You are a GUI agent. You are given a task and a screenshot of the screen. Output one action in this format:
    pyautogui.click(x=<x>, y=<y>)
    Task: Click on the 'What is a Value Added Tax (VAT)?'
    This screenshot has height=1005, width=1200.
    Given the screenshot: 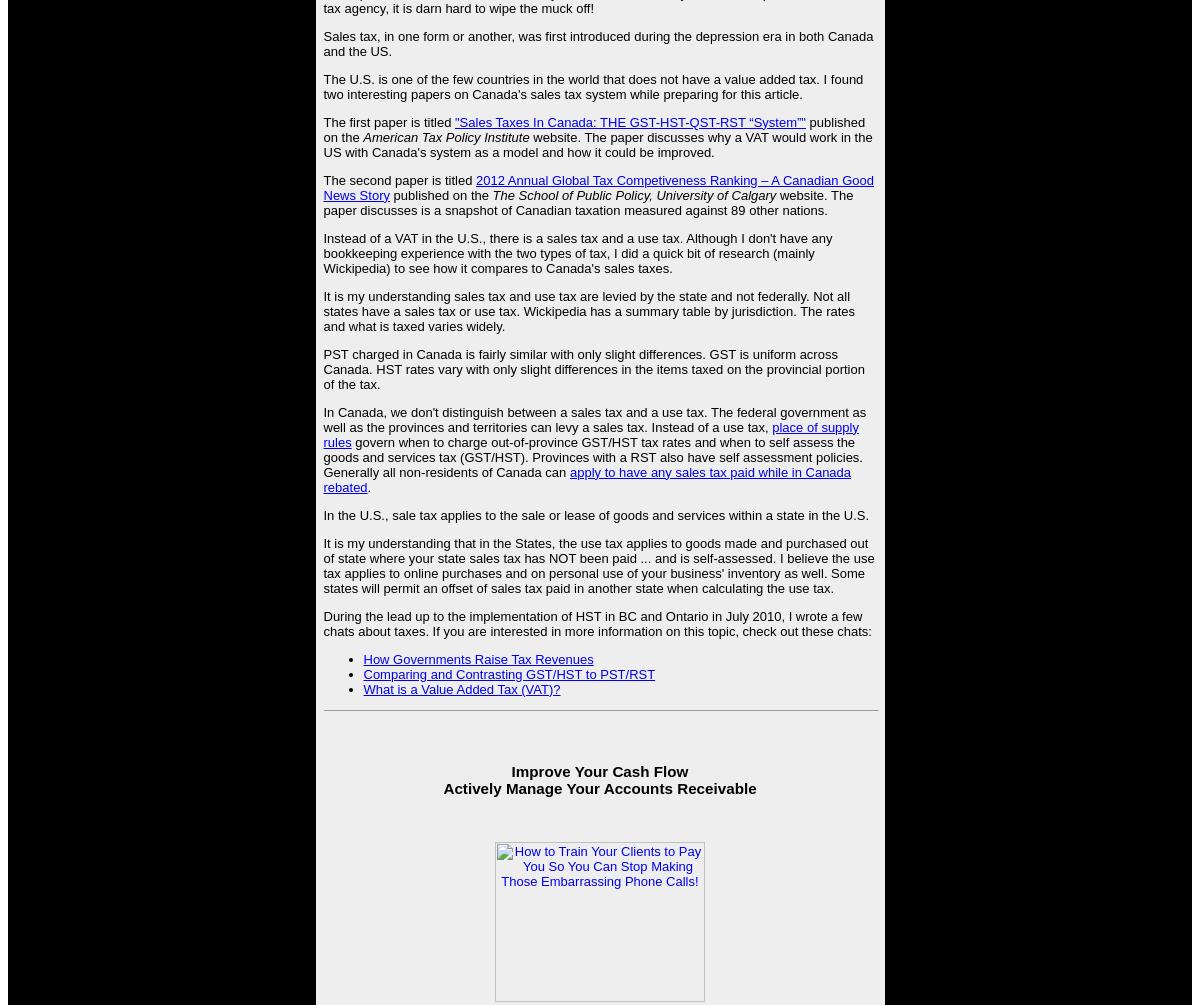 What is the action you would take?
    pyautogui.click(x=460, y=688)
    